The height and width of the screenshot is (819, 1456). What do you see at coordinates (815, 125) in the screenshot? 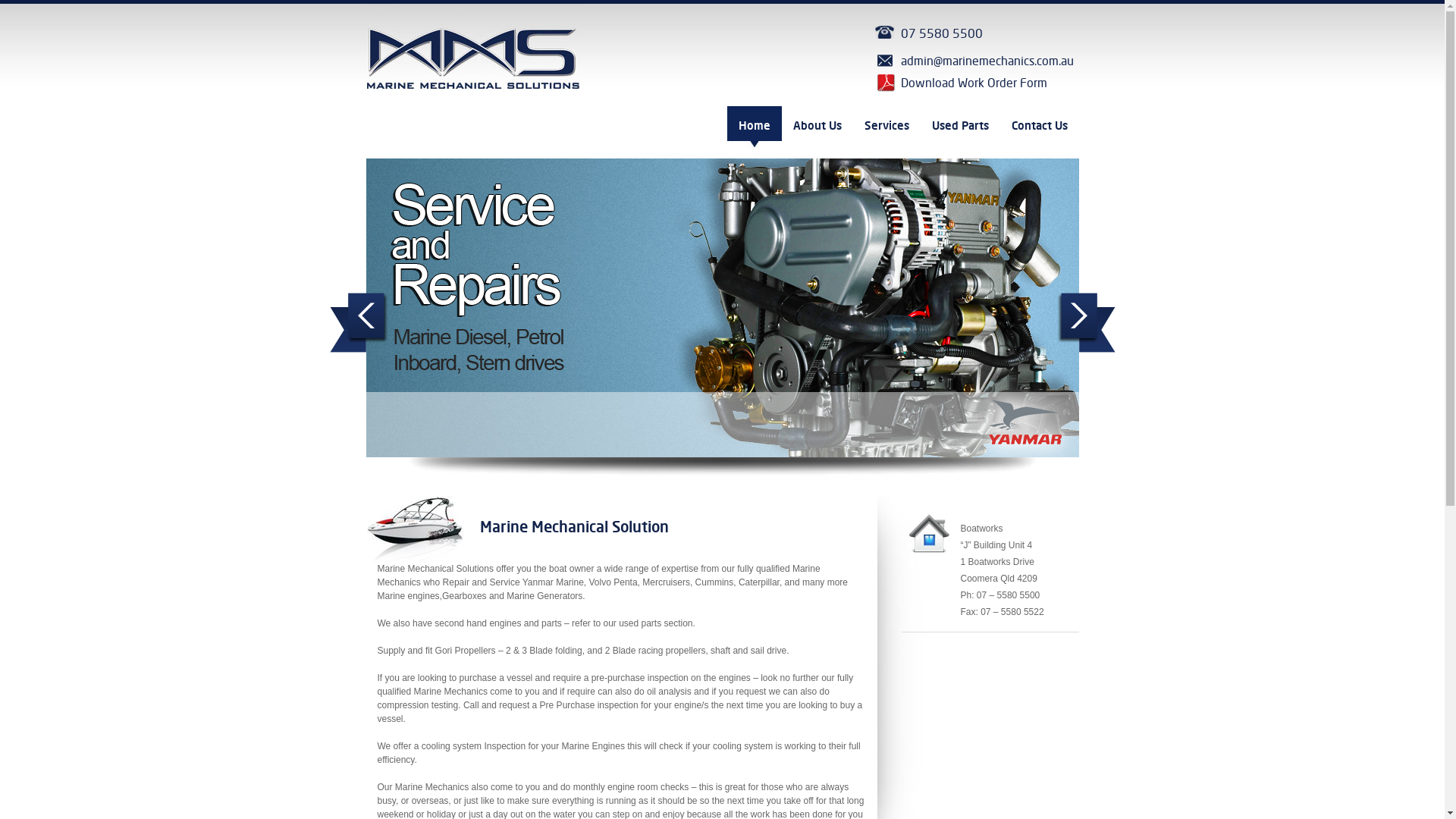
I see `'About Us'` at bounding box center [815, 125].